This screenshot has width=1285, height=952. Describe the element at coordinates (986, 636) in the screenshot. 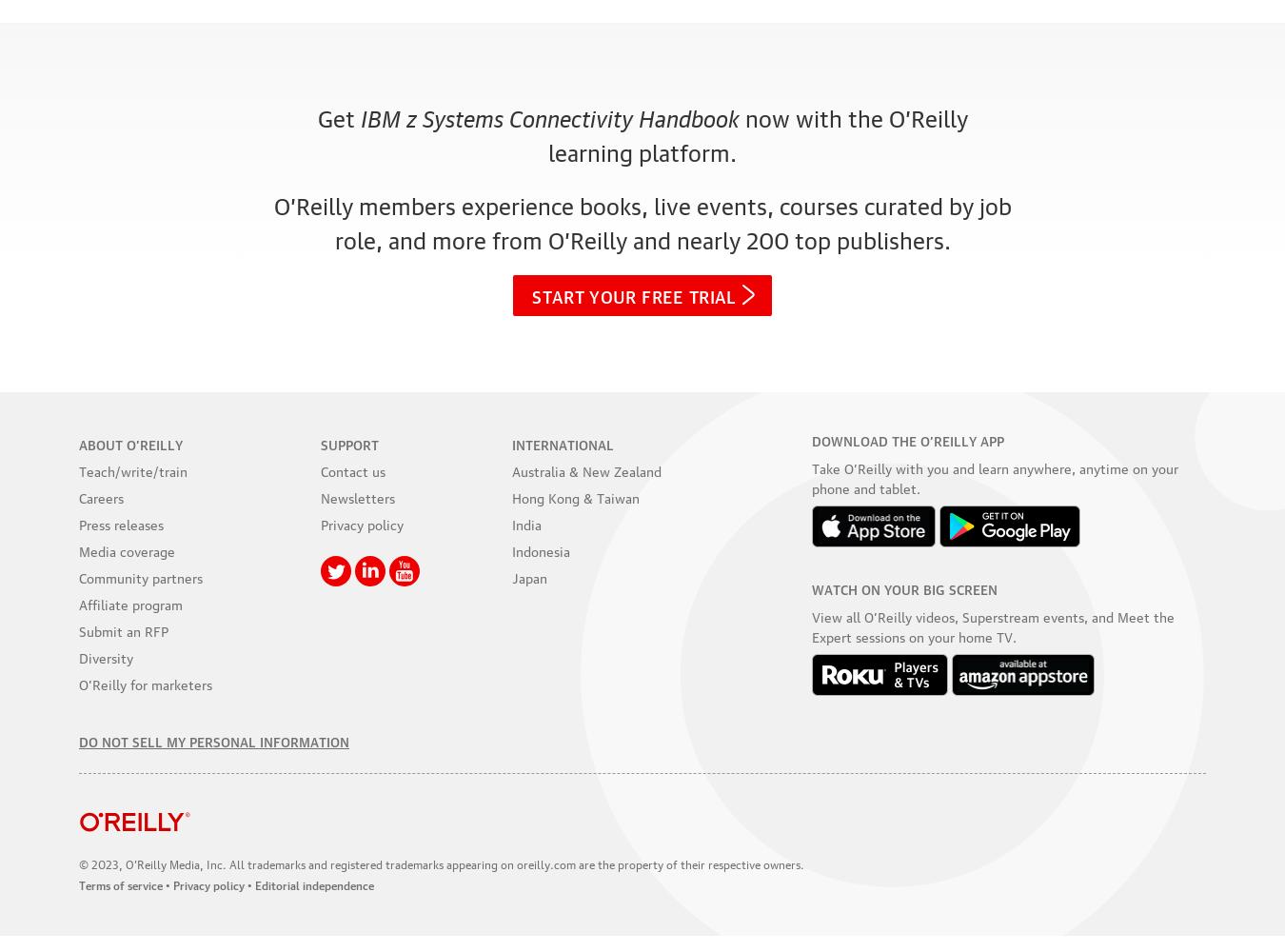

I see `'home TV.'` at that location.